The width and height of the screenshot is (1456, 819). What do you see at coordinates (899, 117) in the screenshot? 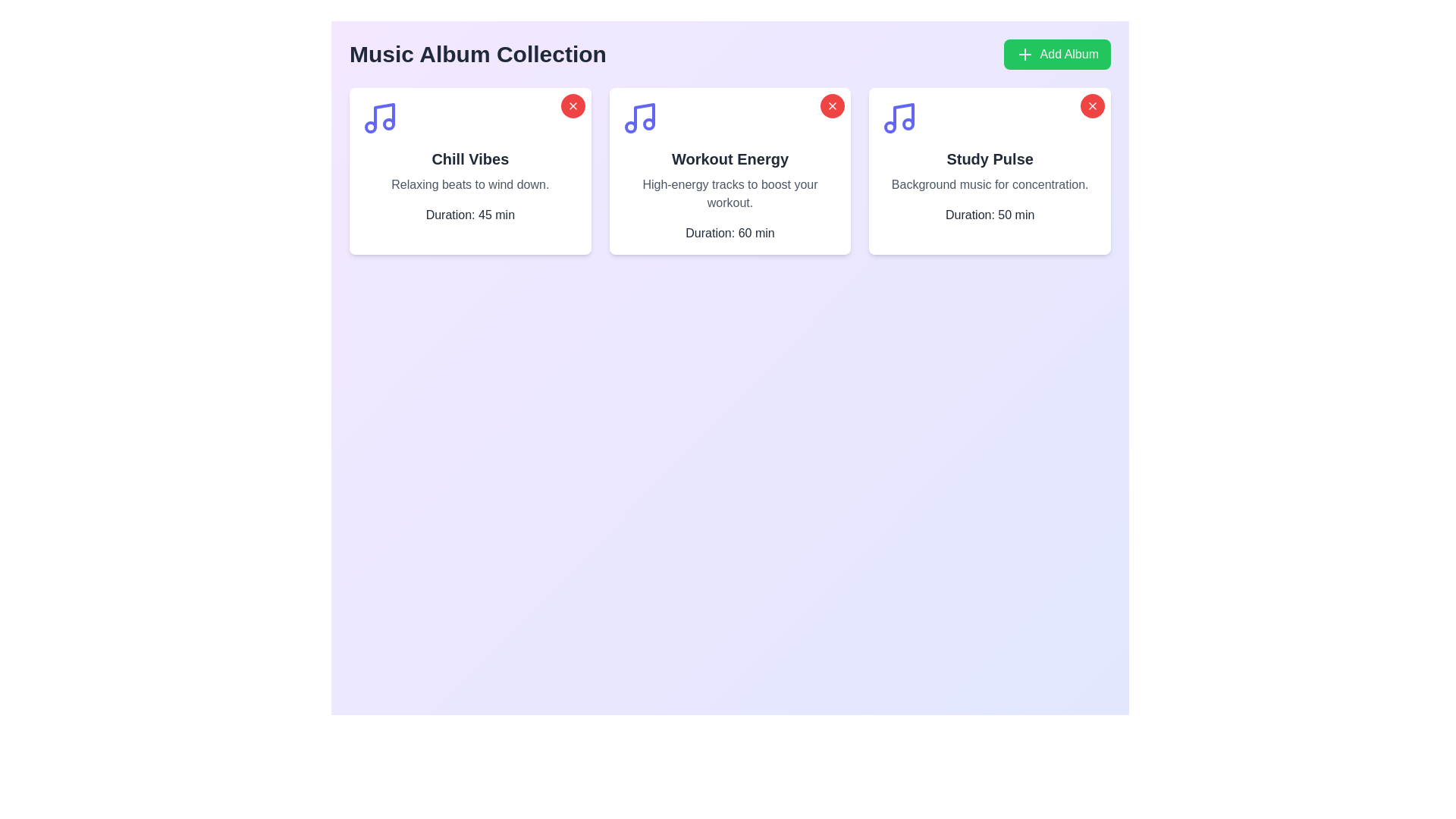
I see `the music icon in the 'Study Pulse' card, which indicates background music for concentration` at bounding box center [899, 117].